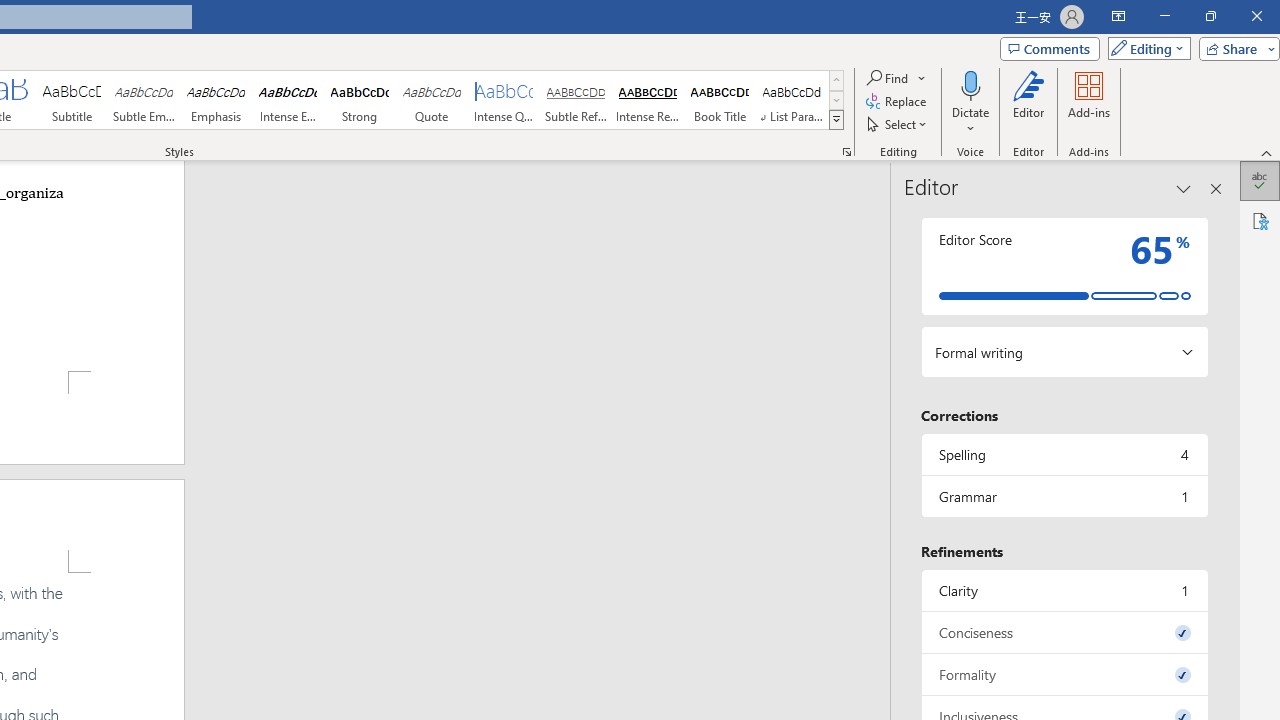 The height and width of the screenshot is (720, 1280). Describe the element at coordinates (647, 100) in the screenshot. I see `'Intense Reference'` at that location.